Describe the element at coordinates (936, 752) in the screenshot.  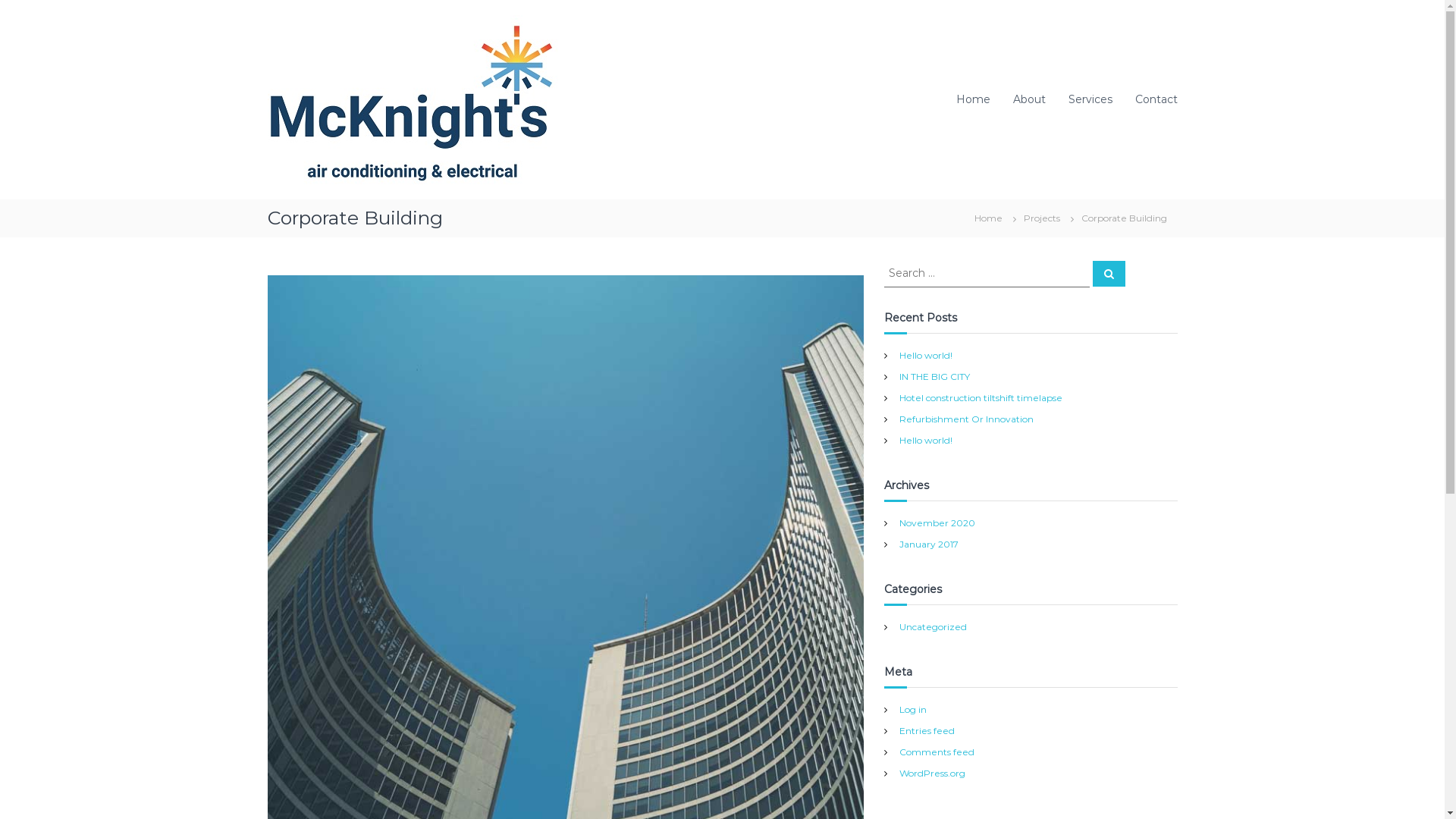
I see `'Comments feed'` at that location.